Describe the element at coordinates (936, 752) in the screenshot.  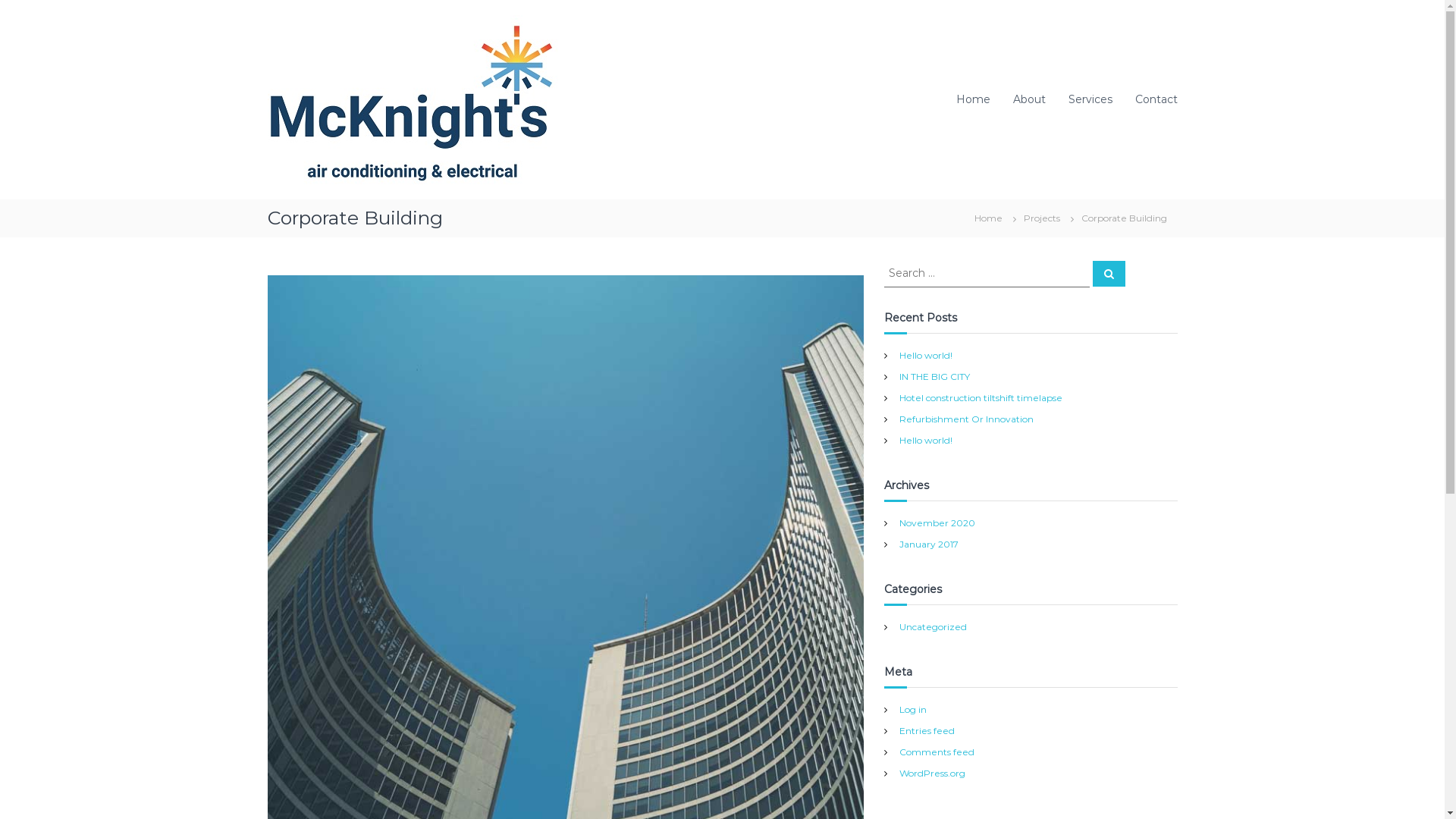
I see `'Comments feed'` at that location.